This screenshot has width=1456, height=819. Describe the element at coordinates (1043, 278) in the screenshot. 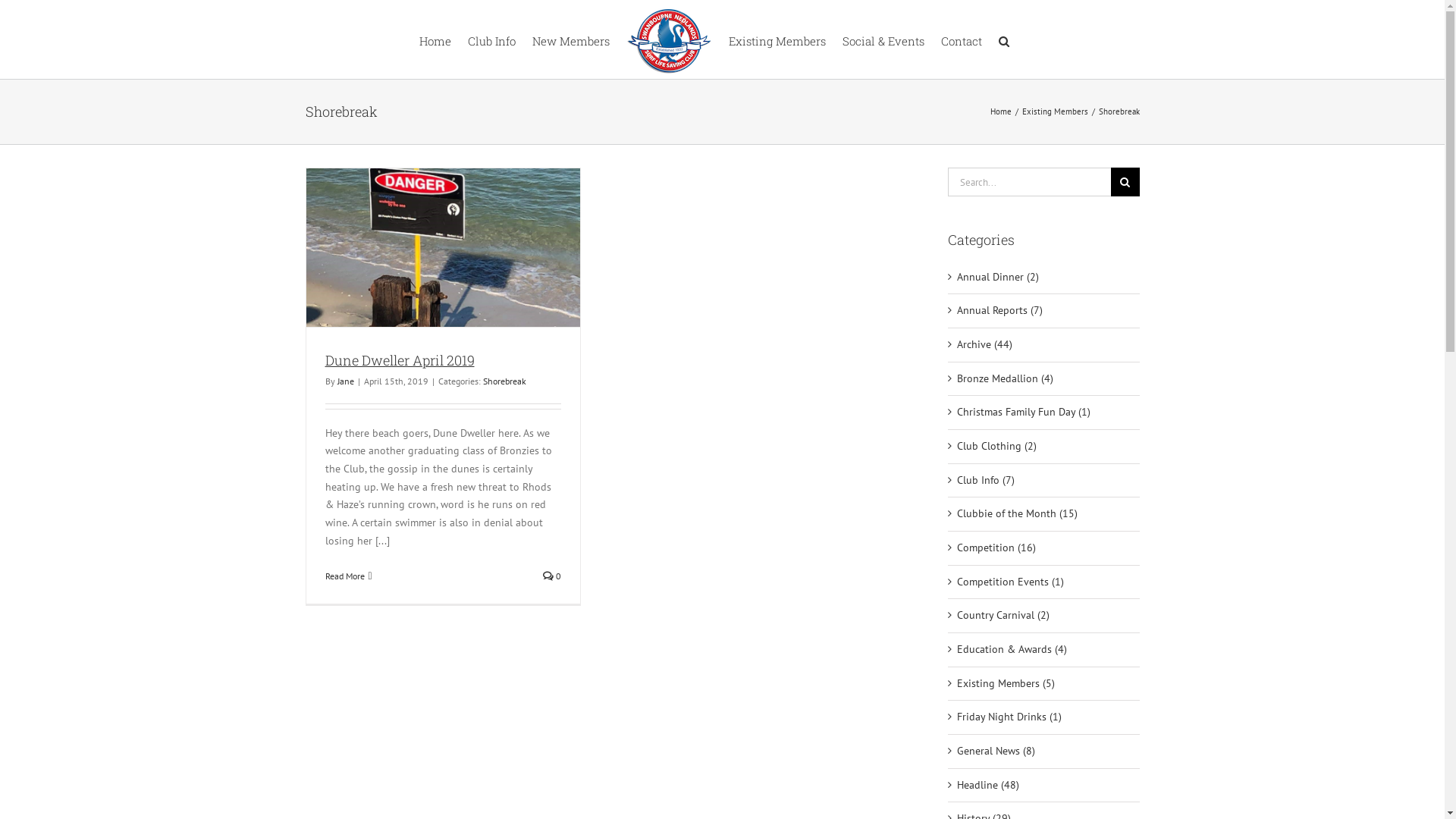

I see `'Annual Dinner (2)'` at that location.